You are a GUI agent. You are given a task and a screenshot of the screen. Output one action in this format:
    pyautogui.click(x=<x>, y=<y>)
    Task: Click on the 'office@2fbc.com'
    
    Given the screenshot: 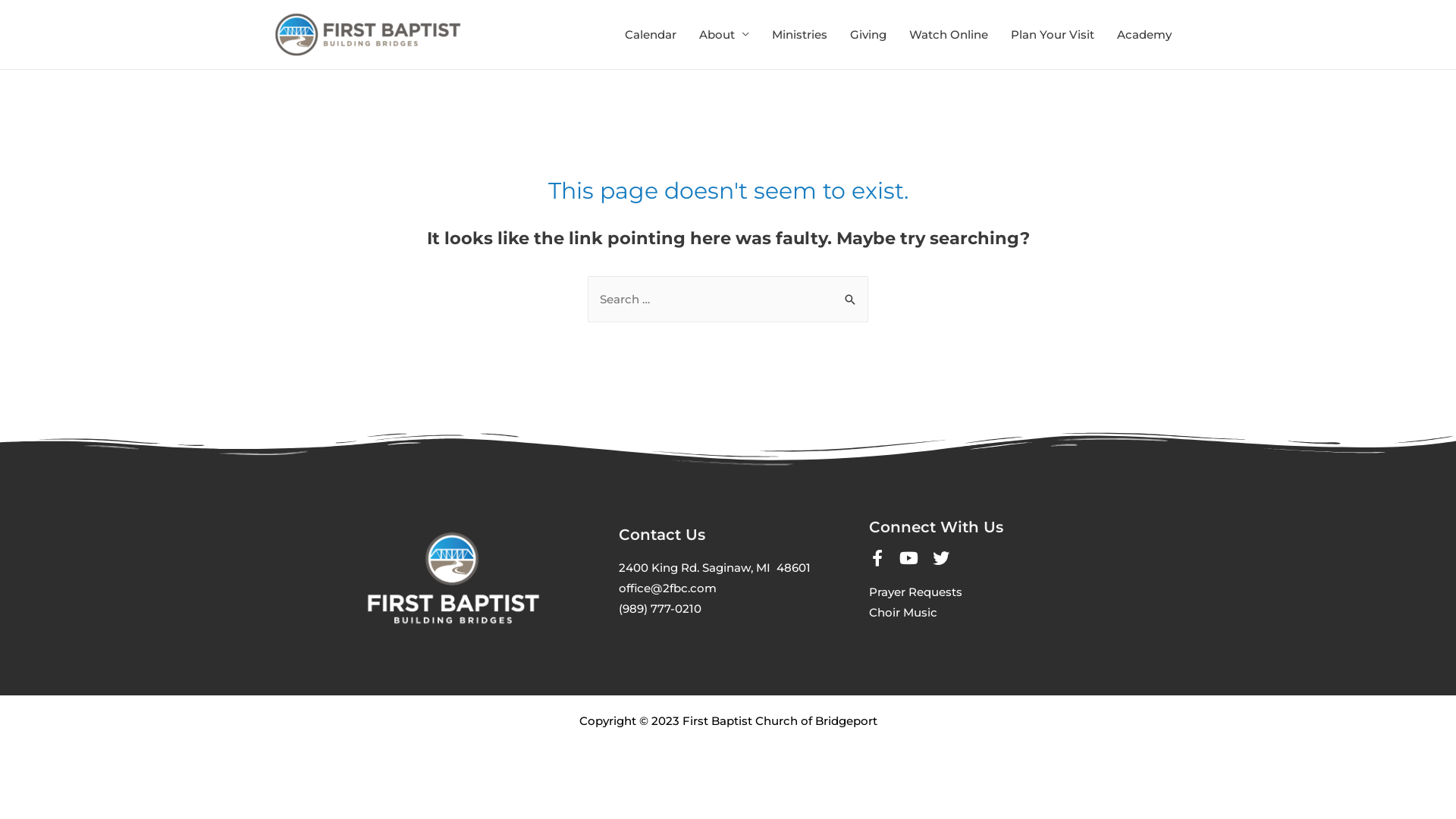 What is the action you would take?
    pyautogui.click(x=667, y=587)
    